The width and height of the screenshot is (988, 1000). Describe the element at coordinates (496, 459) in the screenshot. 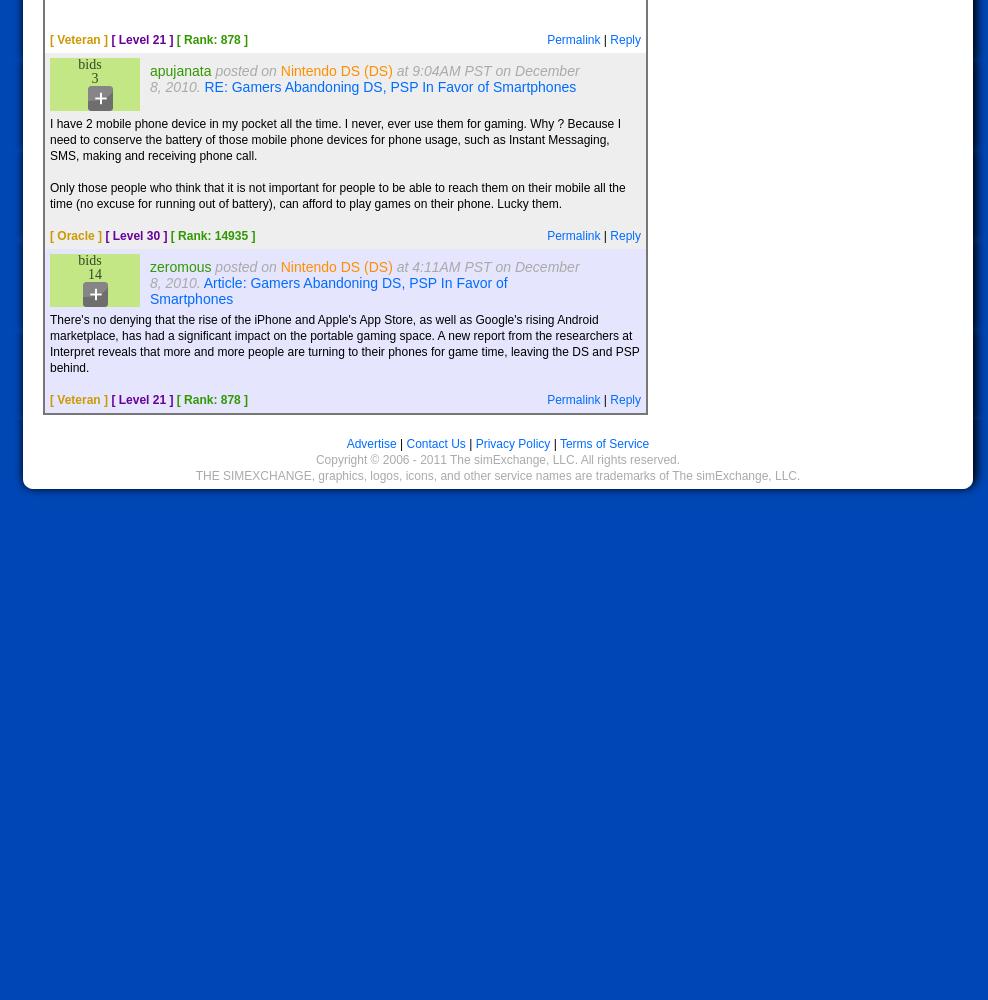

I see `'Copyright © 2006 - 2011 The simExchange, LLC.  All rights reserved.'` at that location.